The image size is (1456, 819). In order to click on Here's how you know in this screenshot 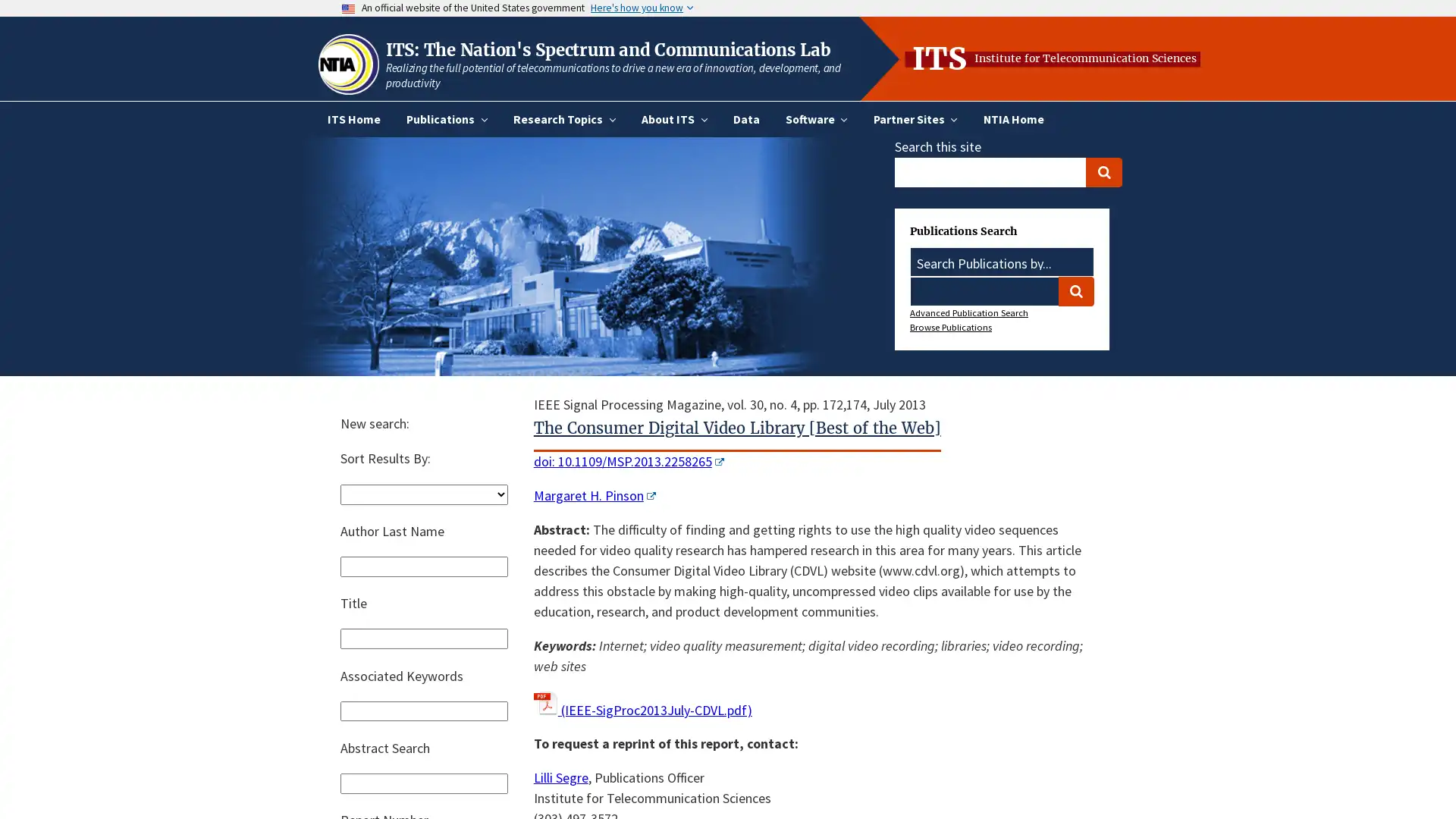, I will do `click(642, 8)`.